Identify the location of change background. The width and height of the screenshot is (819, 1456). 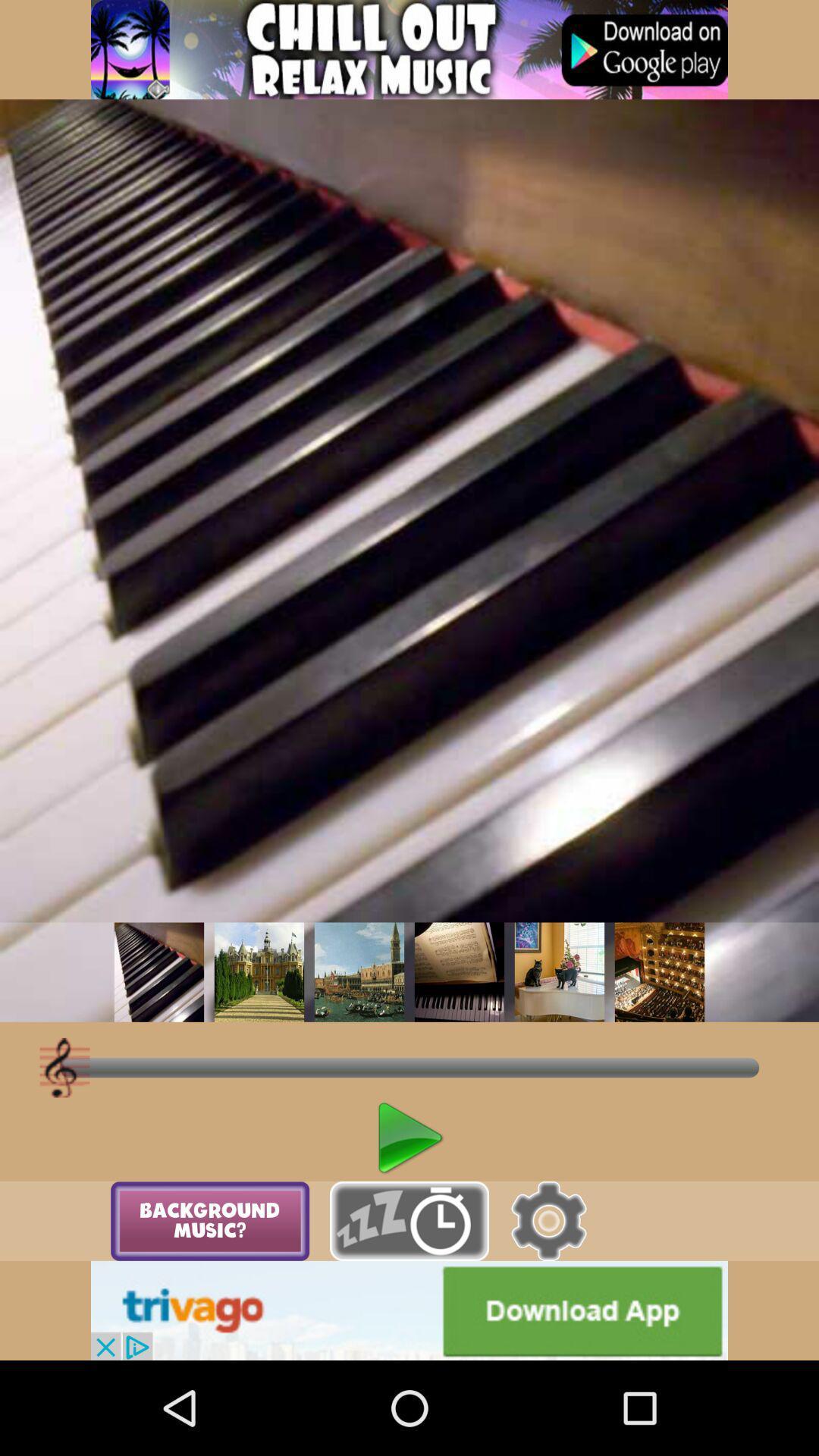
(359, 972).